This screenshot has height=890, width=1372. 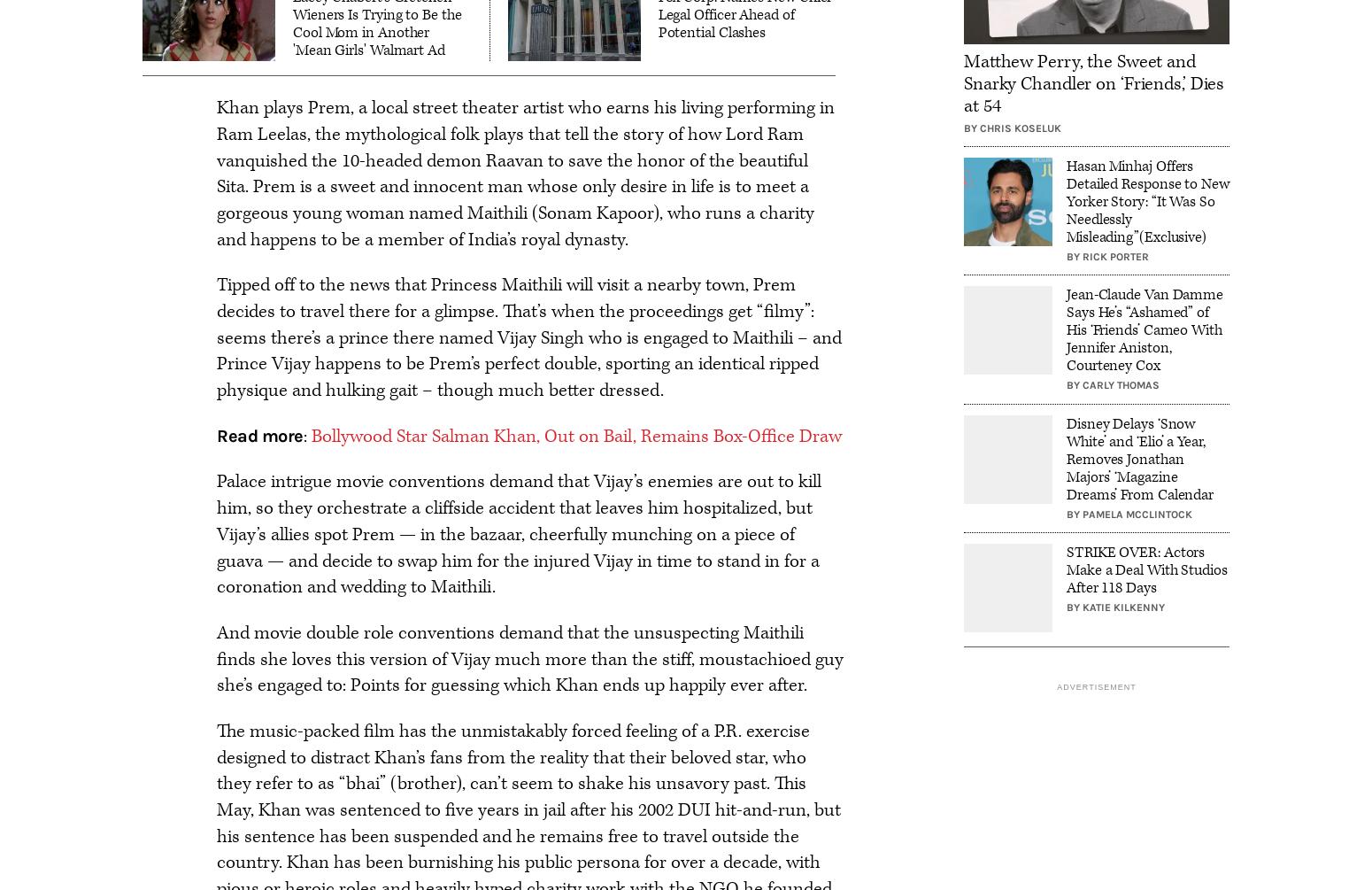 What do you see at coordinates (517, 377) in the screenshot?
I see `'perfect double, sporting an identical ripped physique and hulking gait – though much better dressed.'` at bounding box center [517, 377].